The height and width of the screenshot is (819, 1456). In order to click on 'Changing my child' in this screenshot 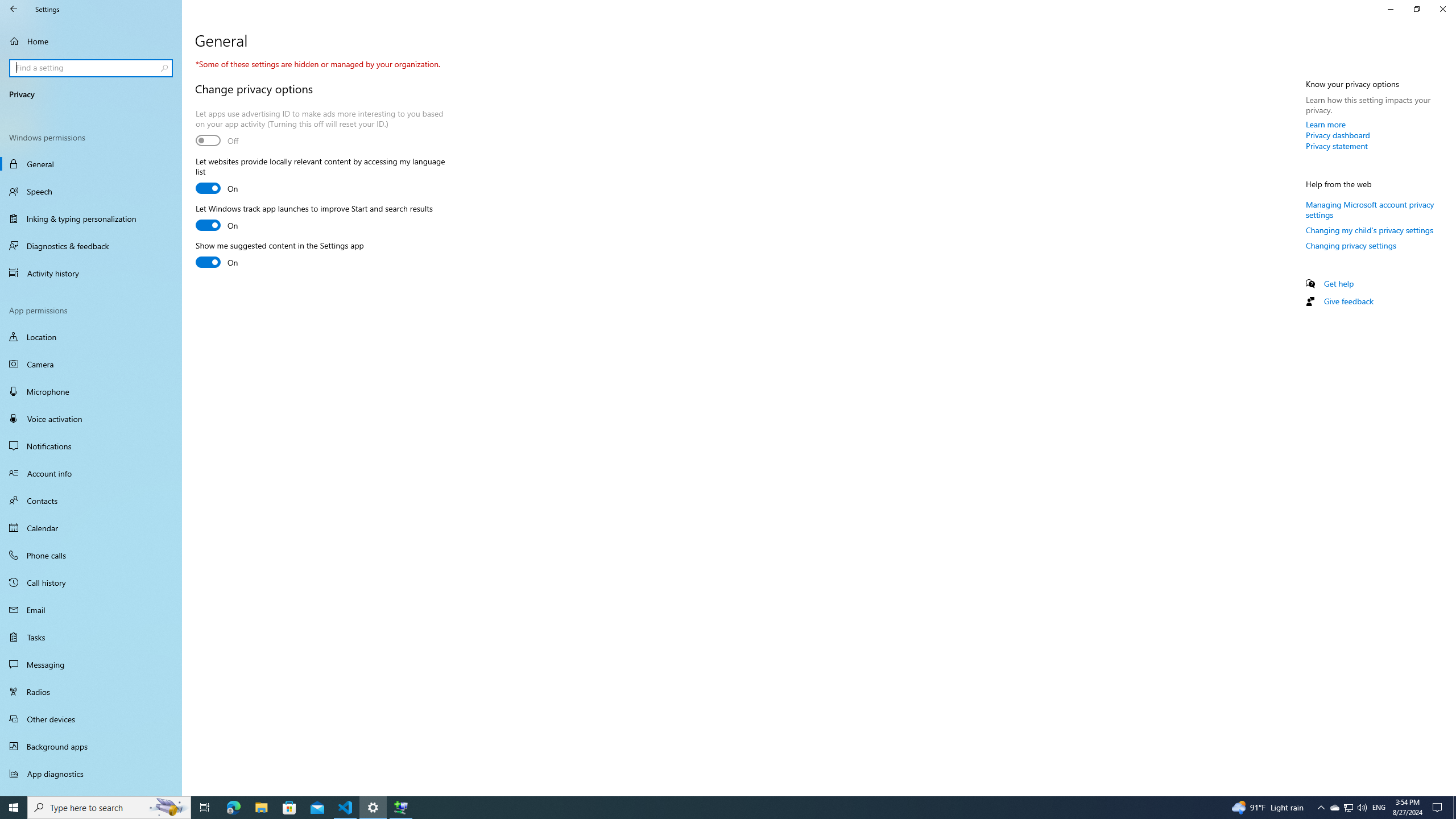, I will do `click(1368, 229)`.